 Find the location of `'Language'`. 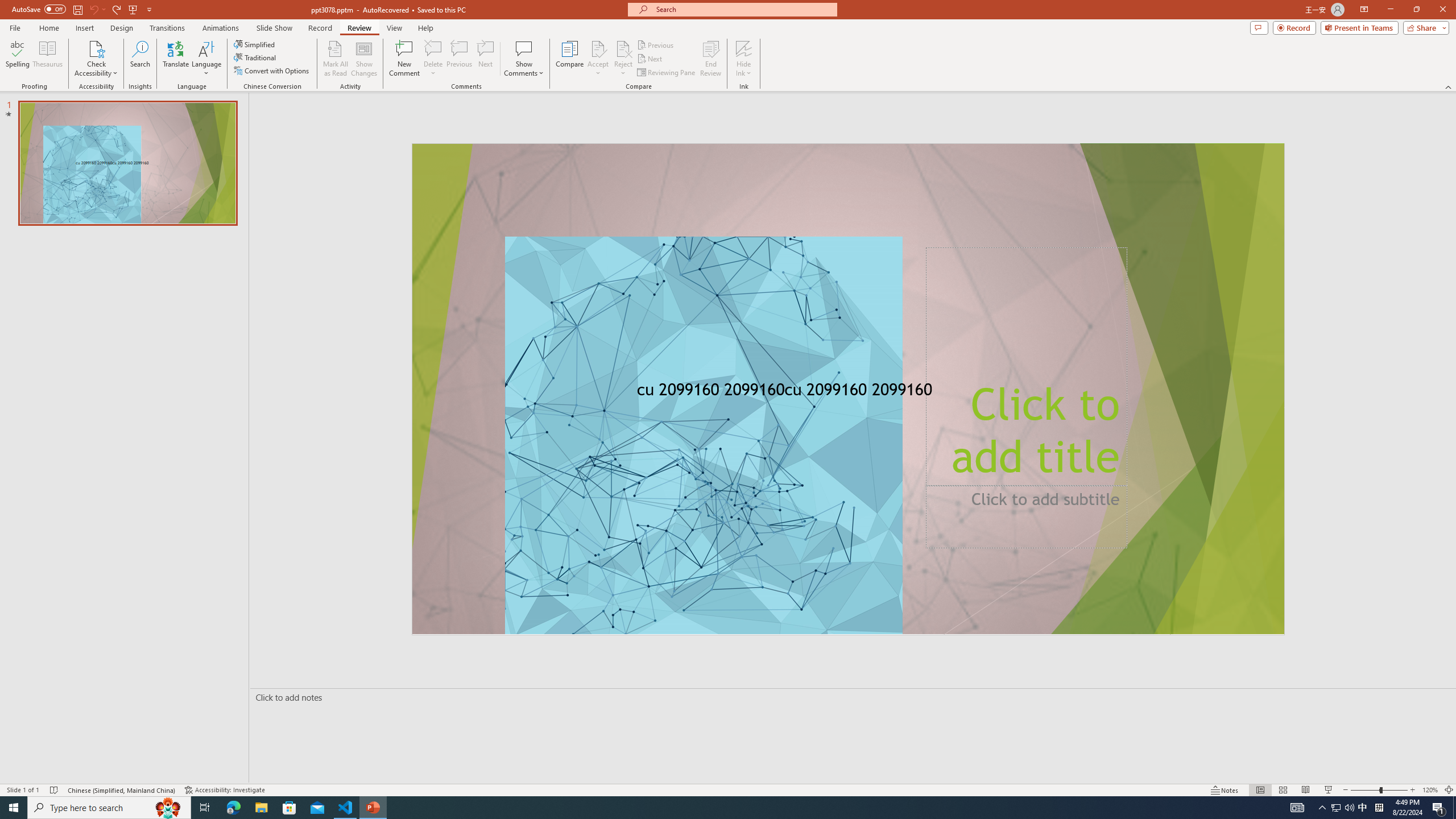

'Language' is located at coordinates (206, 59).